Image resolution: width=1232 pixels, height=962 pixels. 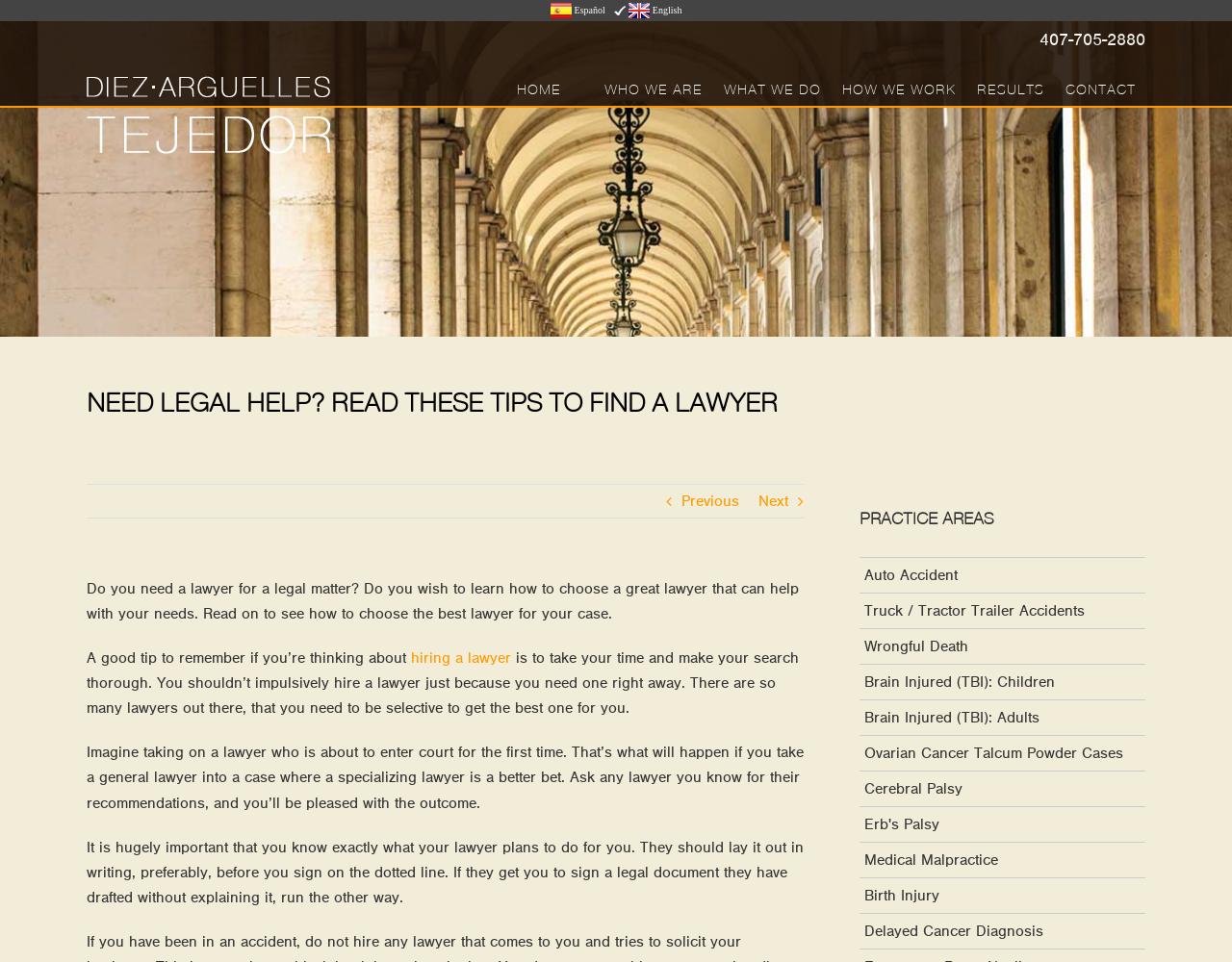 What do you see at coordinates (803, 184) in the screenshot?
I see `'Articles'` at bounding box center [803, 184].